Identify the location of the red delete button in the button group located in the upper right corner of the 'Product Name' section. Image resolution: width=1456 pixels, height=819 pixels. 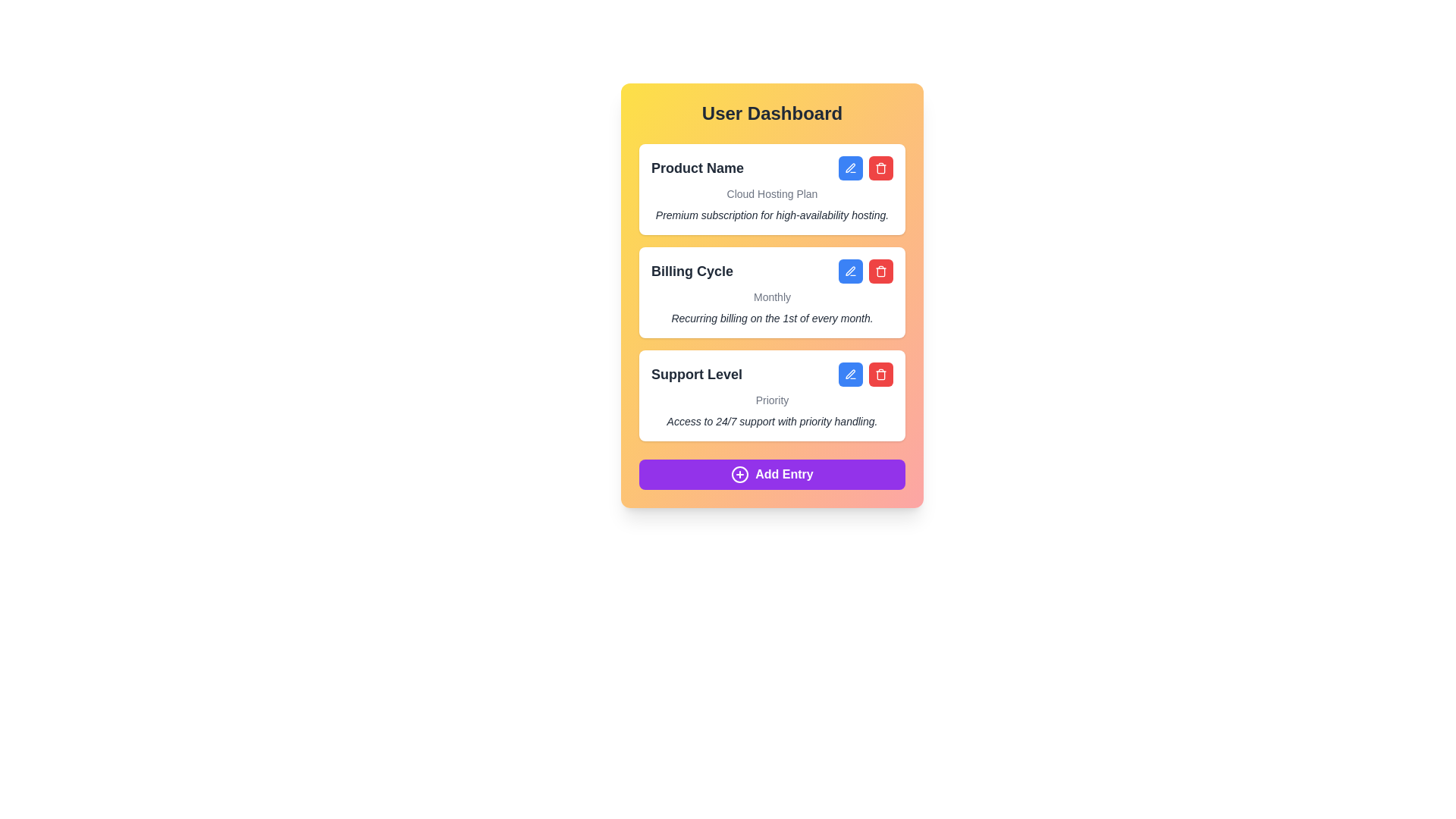
(866, 168).